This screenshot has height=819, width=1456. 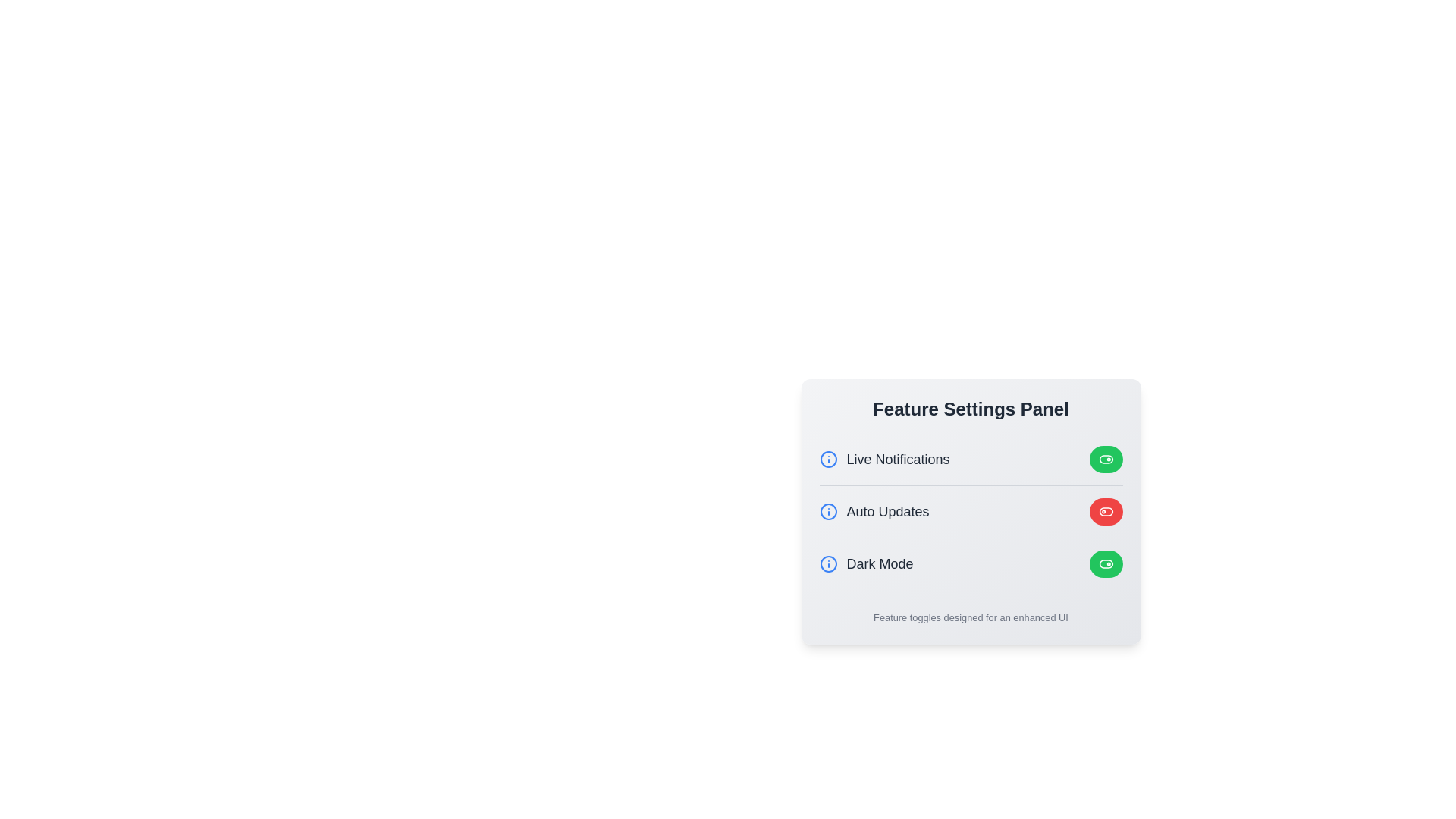 What do you see at coordinates (827, 512) in the screenshot?
I see `the 'Info' icon next to the feature Auto Updates to view its information` at bounding box center [827, 512].